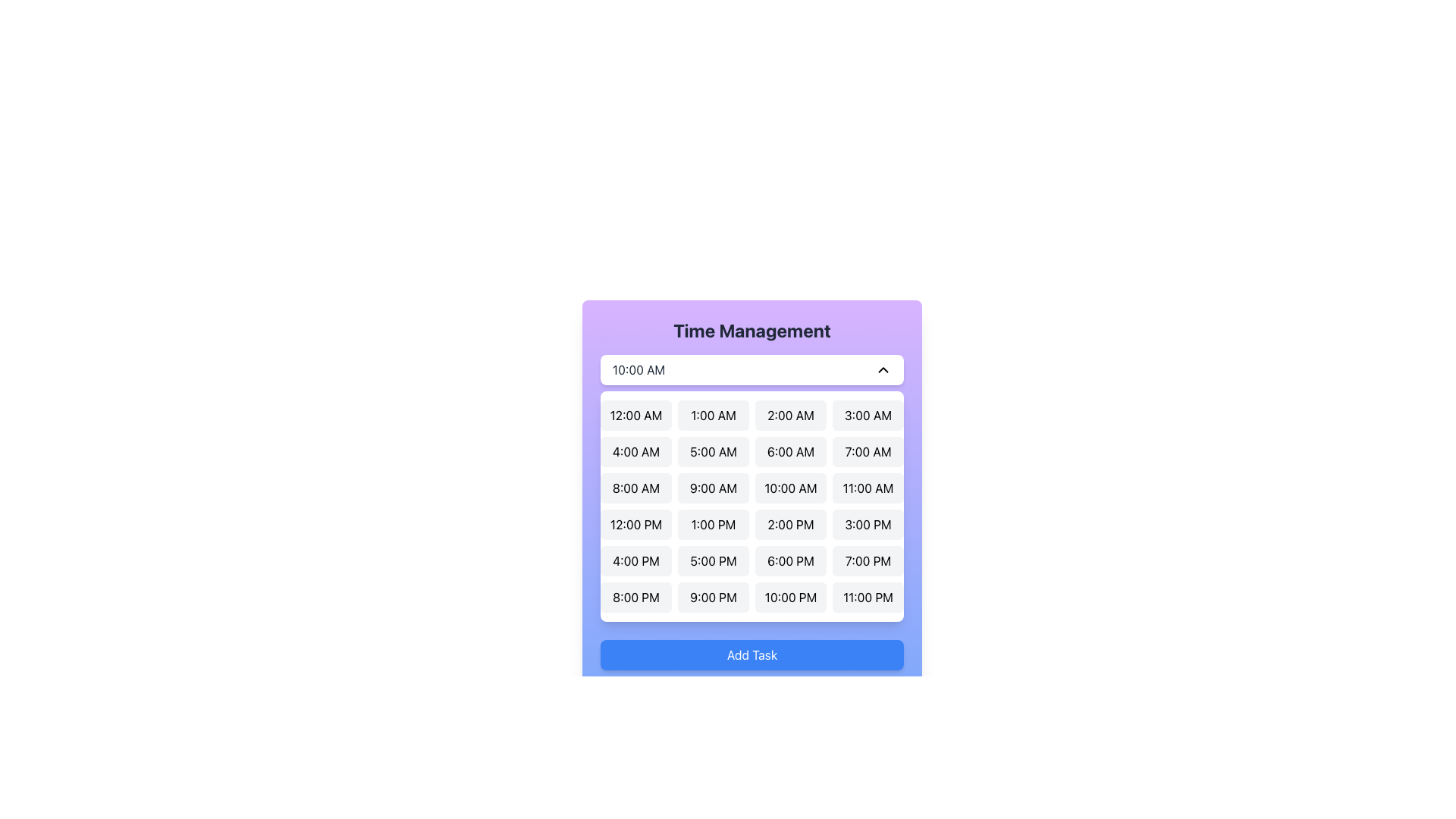 The image size is (1456, 819). What do you see at coordinates (789, 596) in the screenshot?
I see `the selectable time option button labeled '10:00 PM' located in the fourth row and third column of the time-selection interface` at bounding box center [789, 596].